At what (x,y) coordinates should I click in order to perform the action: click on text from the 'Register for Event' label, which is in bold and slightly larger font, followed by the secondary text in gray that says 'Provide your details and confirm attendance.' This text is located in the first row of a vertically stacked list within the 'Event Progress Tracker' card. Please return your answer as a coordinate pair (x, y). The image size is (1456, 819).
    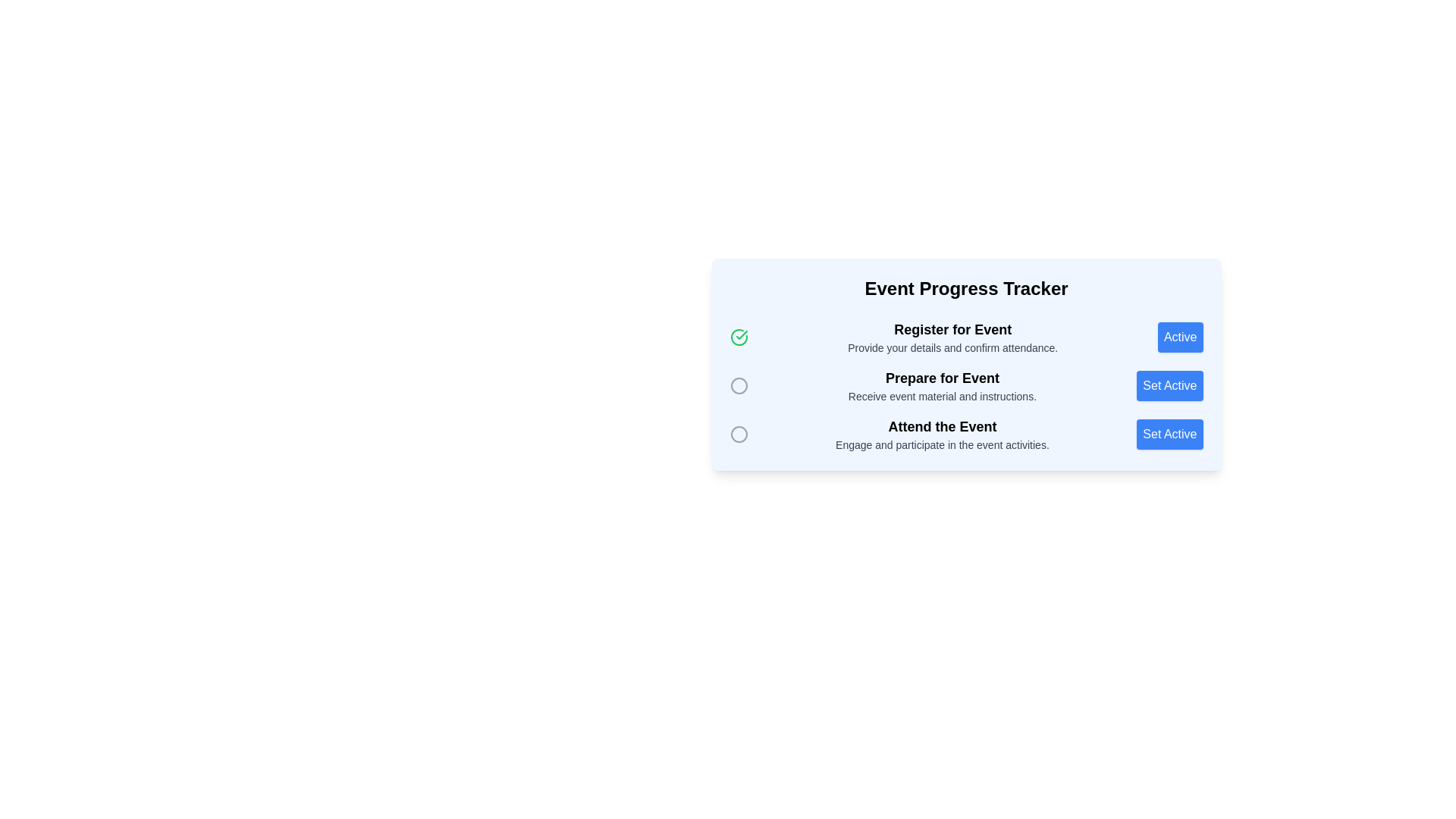
    Looking at the image, I should click on (952, 336).